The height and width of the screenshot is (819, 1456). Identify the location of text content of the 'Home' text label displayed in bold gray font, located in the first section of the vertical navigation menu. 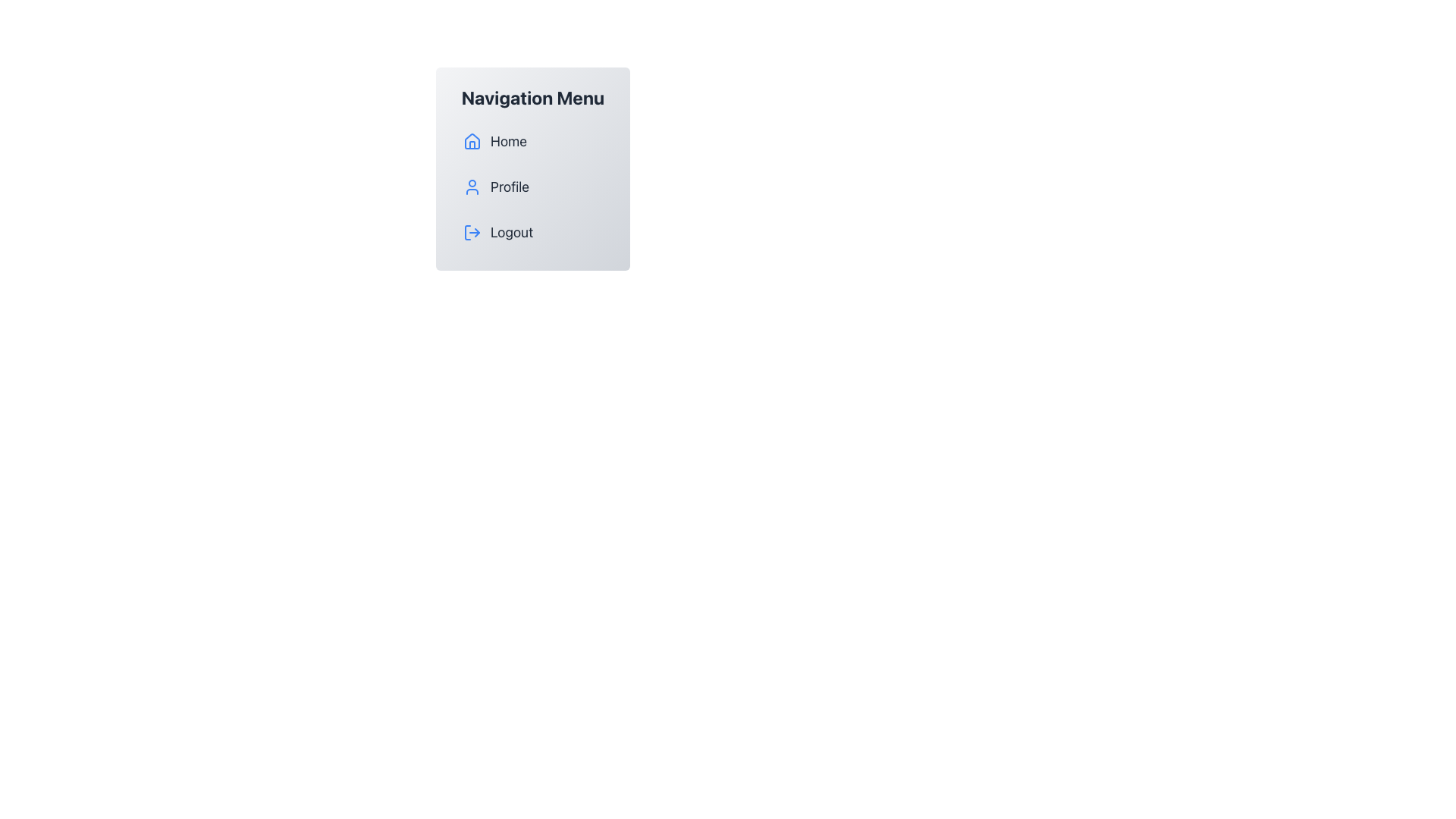
(509, 141).